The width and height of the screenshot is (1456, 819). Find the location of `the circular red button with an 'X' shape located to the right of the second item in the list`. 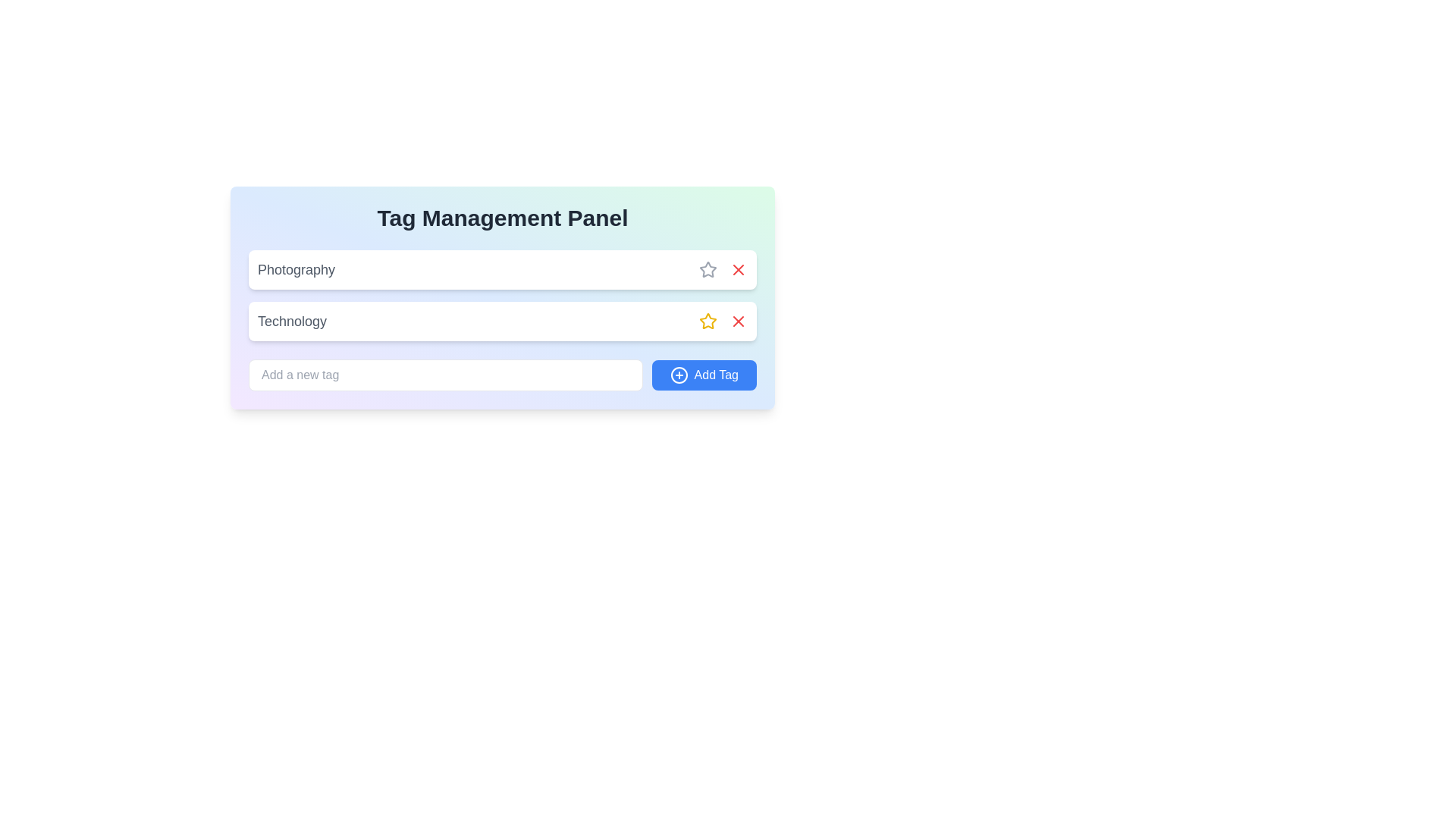

the circular red button with an 'X' shape located to the right of the second item in the list is located at coordinates (739, 321).